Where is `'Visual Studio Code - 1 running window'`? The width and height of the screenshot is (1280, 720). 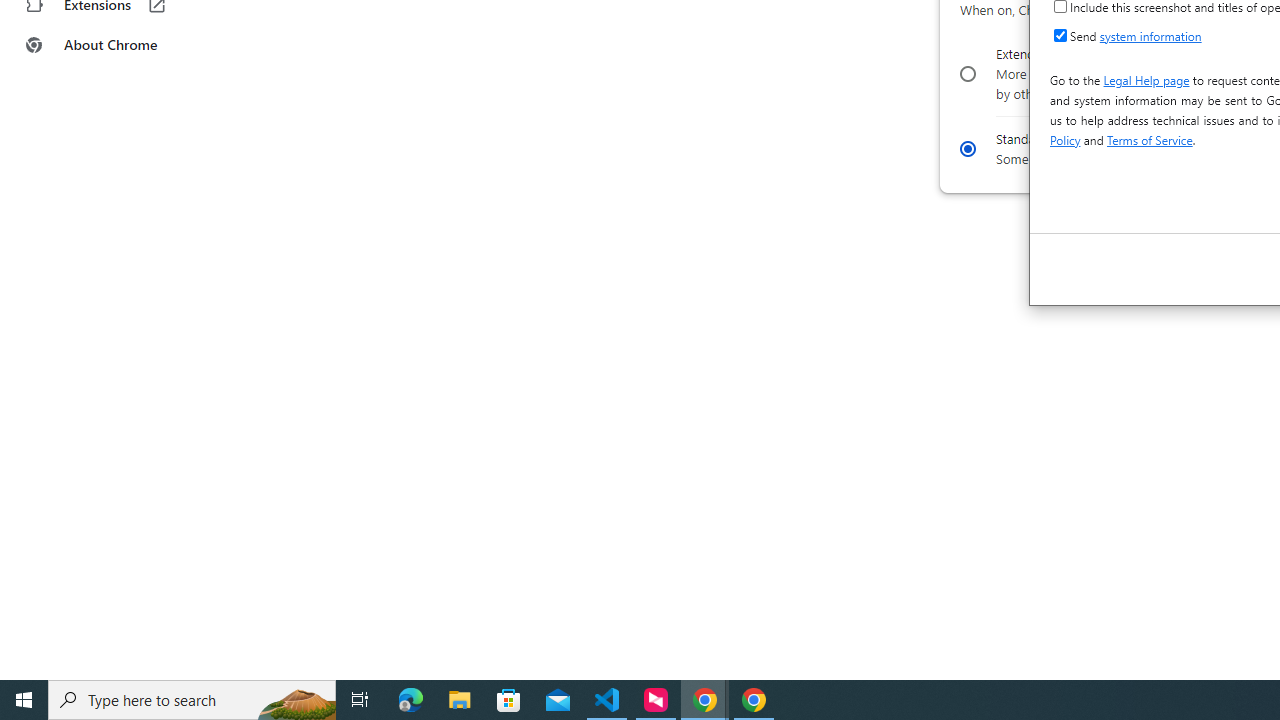 'Visual Studio Code - 1 running window' is located at coordinates (606, 698).